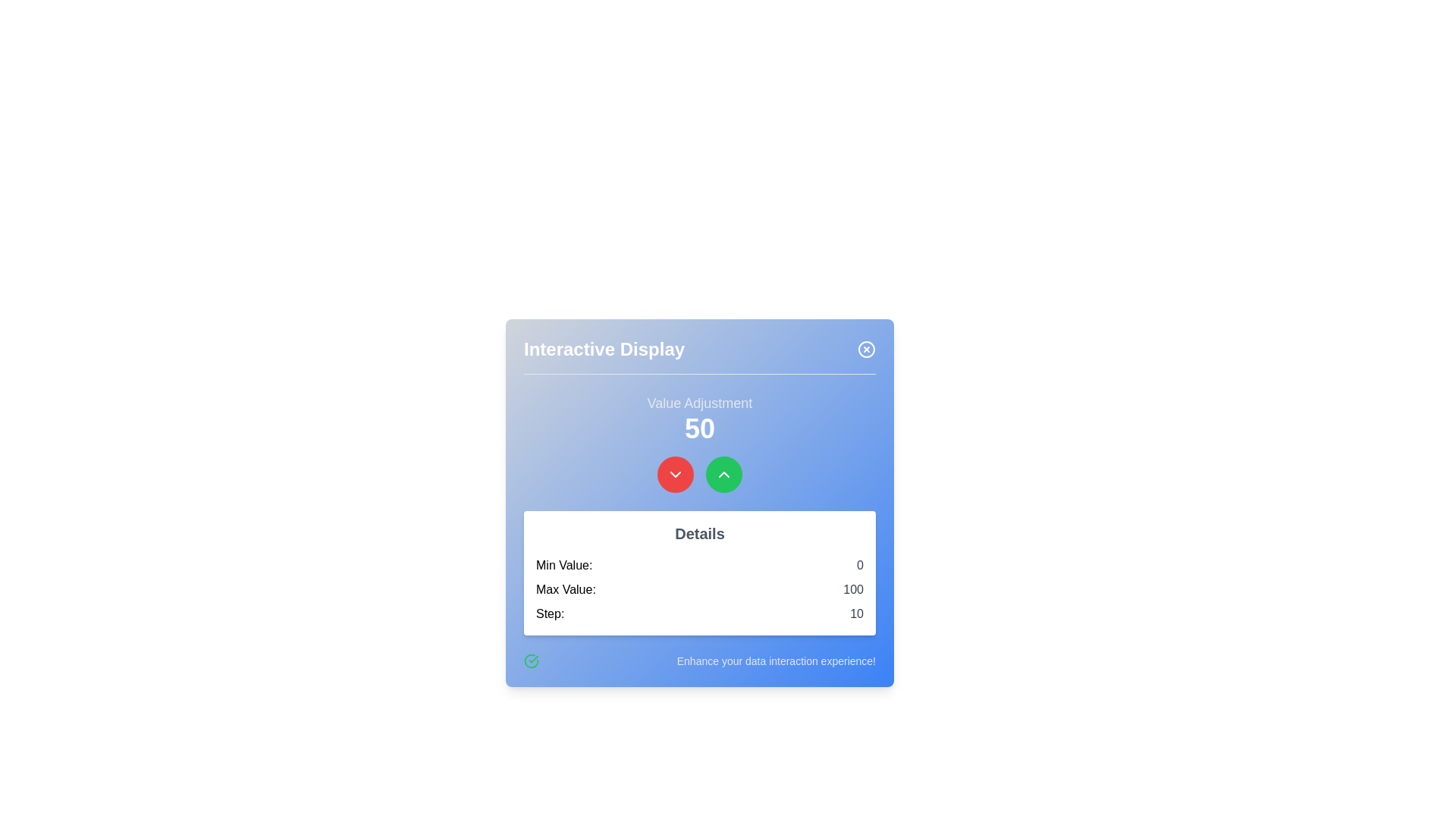 The image size is (1456, 819). Describe the element at coordinates (549, 614) in the screenshot. I see `the text label displaying 'Step:' that is located within the 'Details' box, aligned to the left side and above the number '10'` at that location.